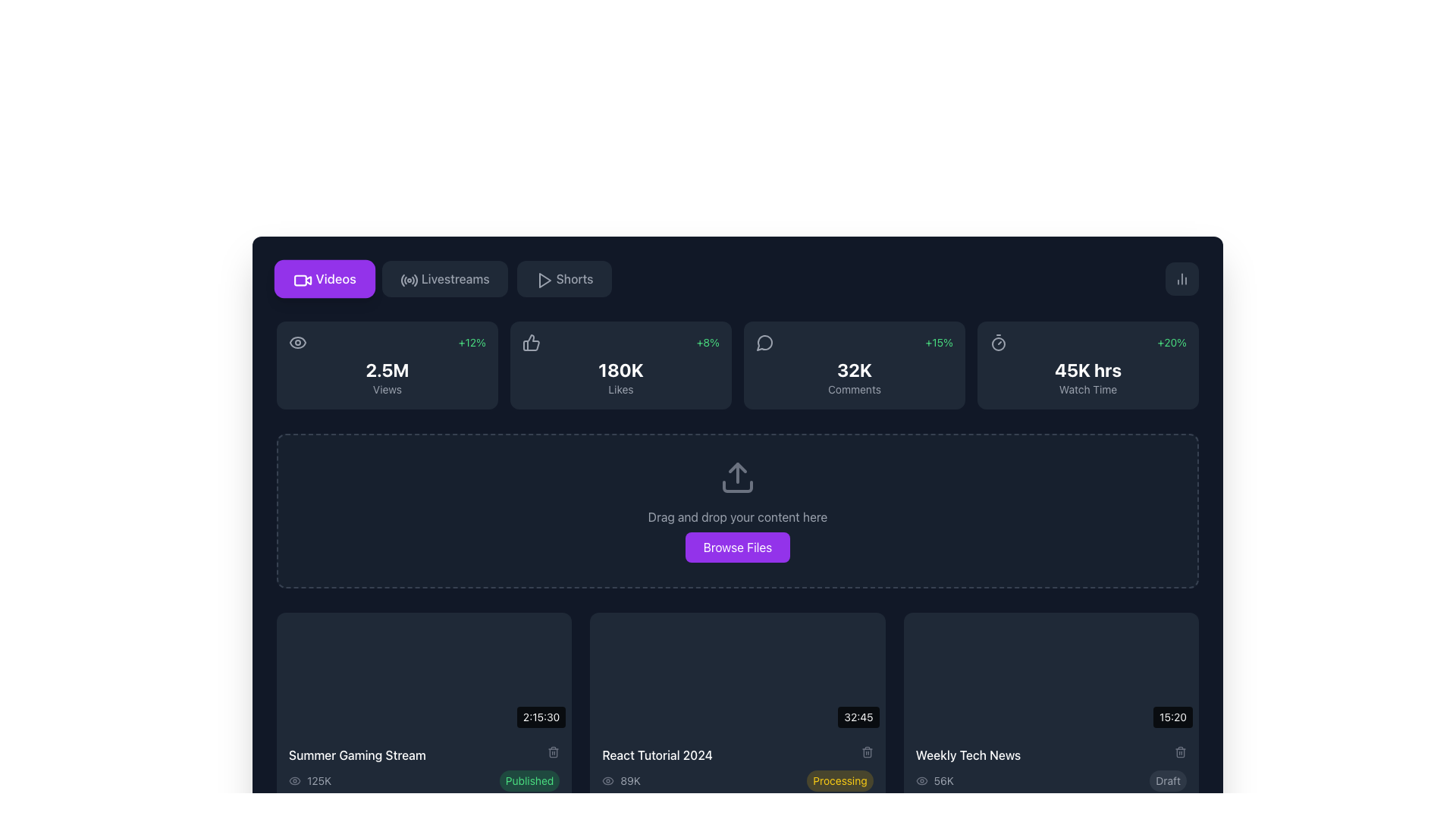  I want to click on the play button located centrally in the top portion of the first card in the third row, above the title 'Summer Gaming Stream', so click(425, 672).